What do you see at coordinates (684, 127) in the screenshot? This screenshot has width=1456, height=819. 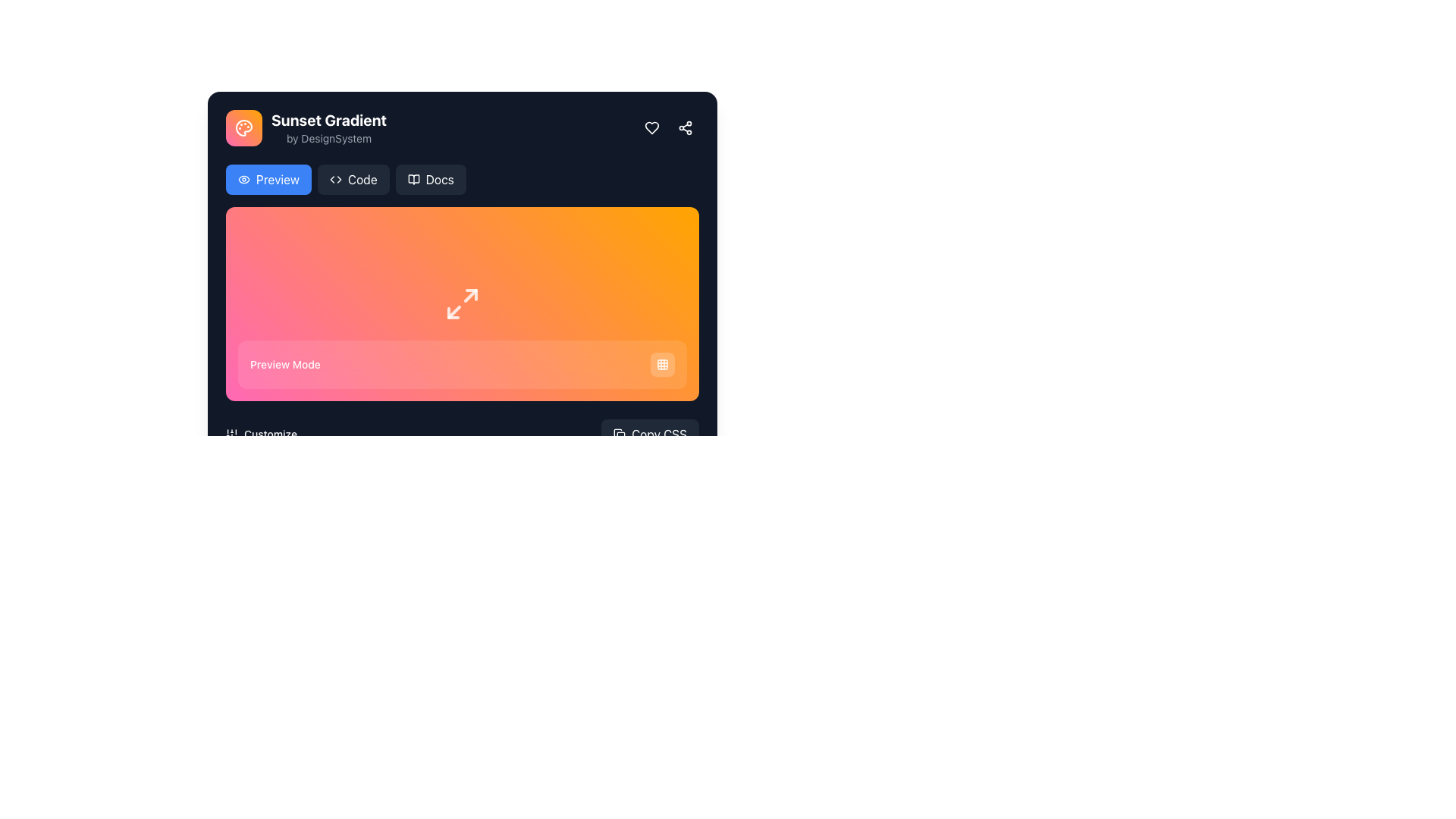 I see `the rounded square button with a share symbol inside, located in the top-right corner of the card interface, to share the content` at bounding box center [684, 127].